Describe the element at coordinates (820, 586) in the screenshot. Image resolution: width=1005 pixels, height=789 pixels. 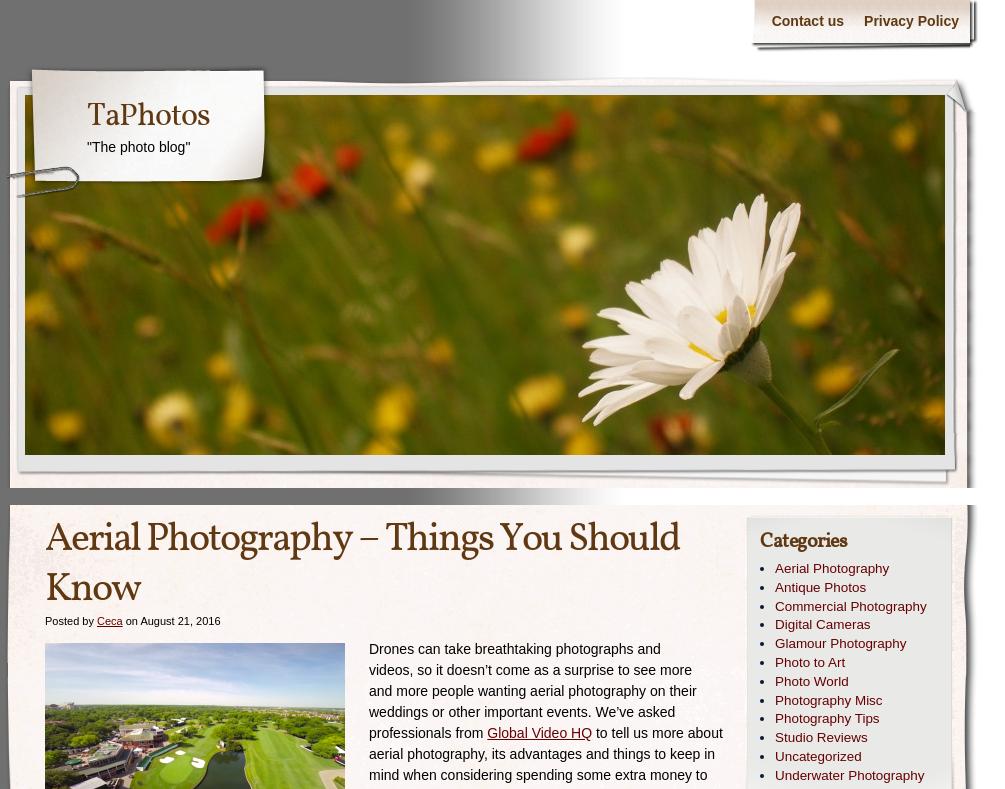
I see `'Antique Photos'` at that location.